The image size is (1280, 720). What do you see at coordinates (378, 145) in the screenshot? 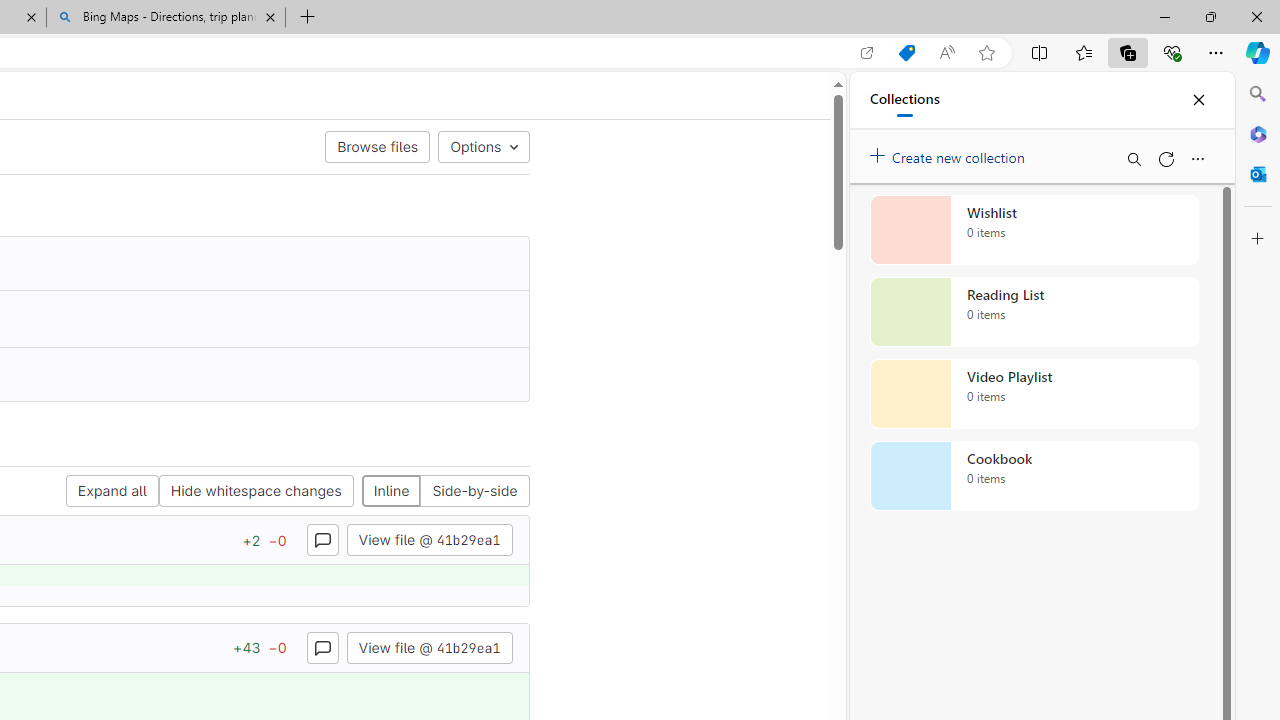
I see `'Browse files'` at bounding box center [378, 145].